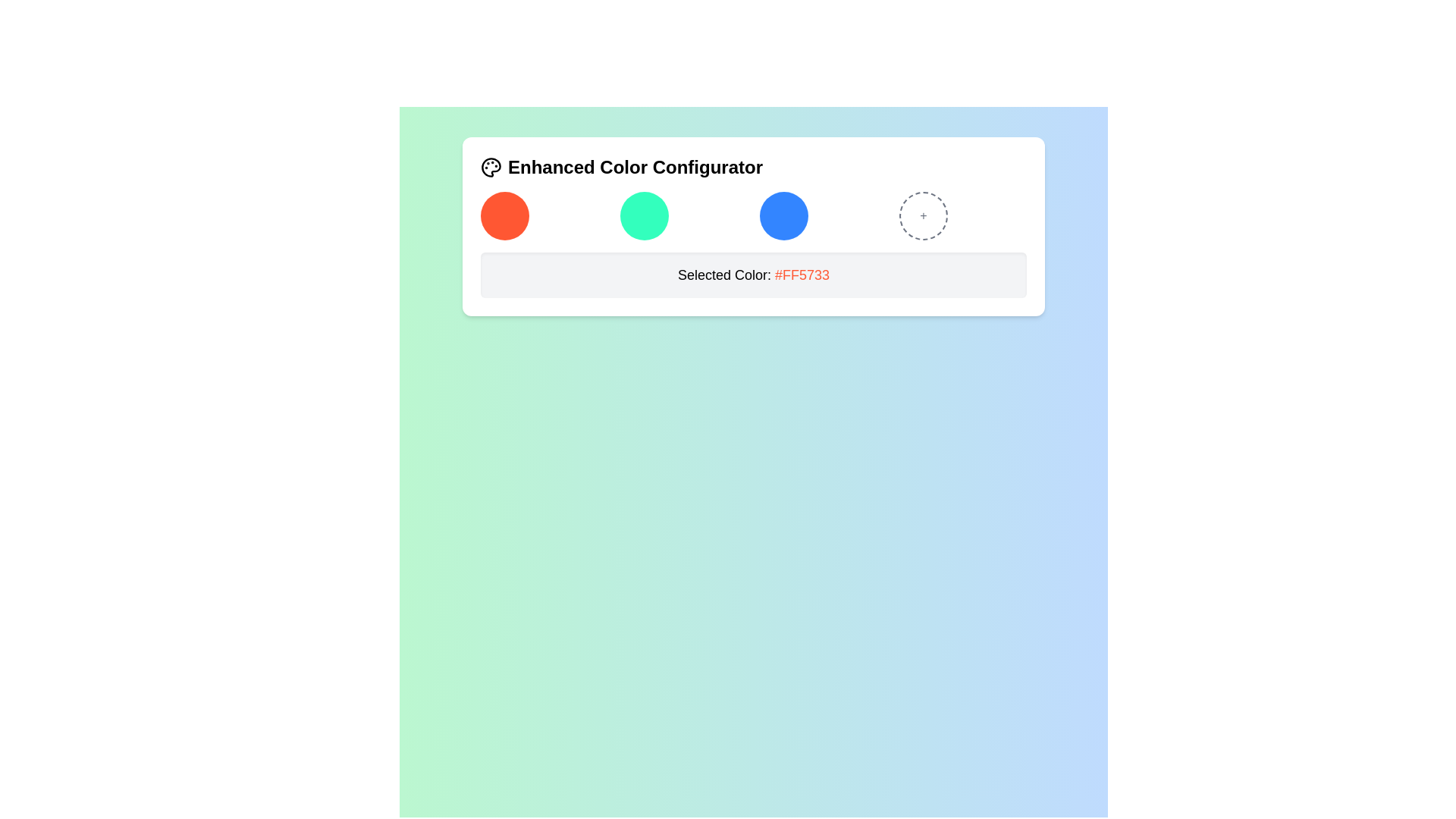 The width and height of the screenshot is (1456, 819). What do you see at coordinates (923, 216) in the screenshot?
I see `the '+' button located on the far right of a horizontal row of four buttons to initiate an action` at bounding box center [923, 216].